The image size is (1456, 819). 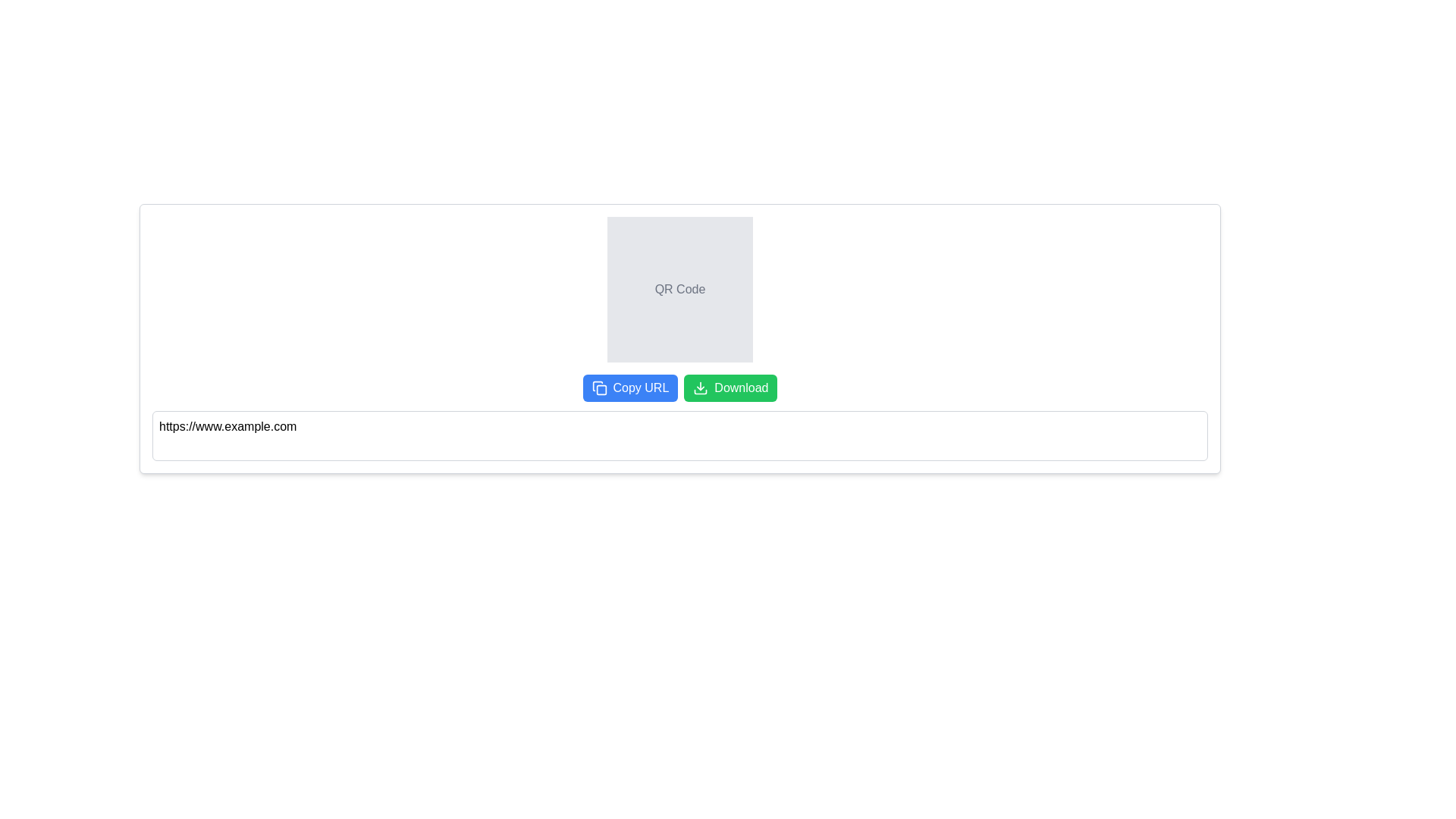 What do you see at coordinates (600, 389) in the screenshot?
I see `the blue rectangular icon with rounded corners, approximately 14x14 pixels, located inside a larger icon-like structure near the top-right of the interface` at bounding box center [600, 389].